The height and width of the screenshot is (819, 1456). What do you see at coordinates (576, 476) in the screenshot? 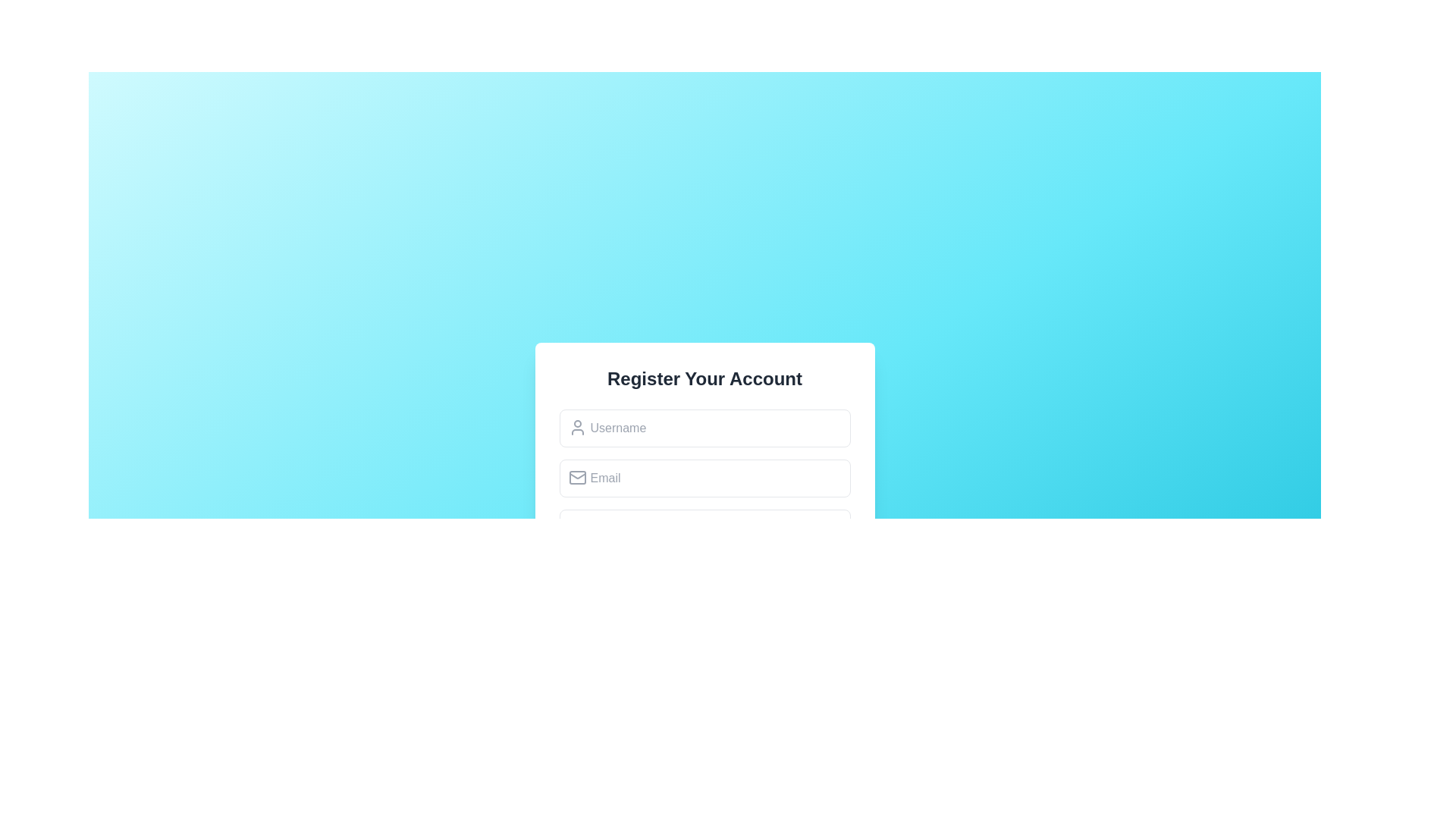
I see `the small mail icon, which is a simplistic envelope graphic located at the top-left corner of the email input field in the registration form` at bounding box center [576, 476].